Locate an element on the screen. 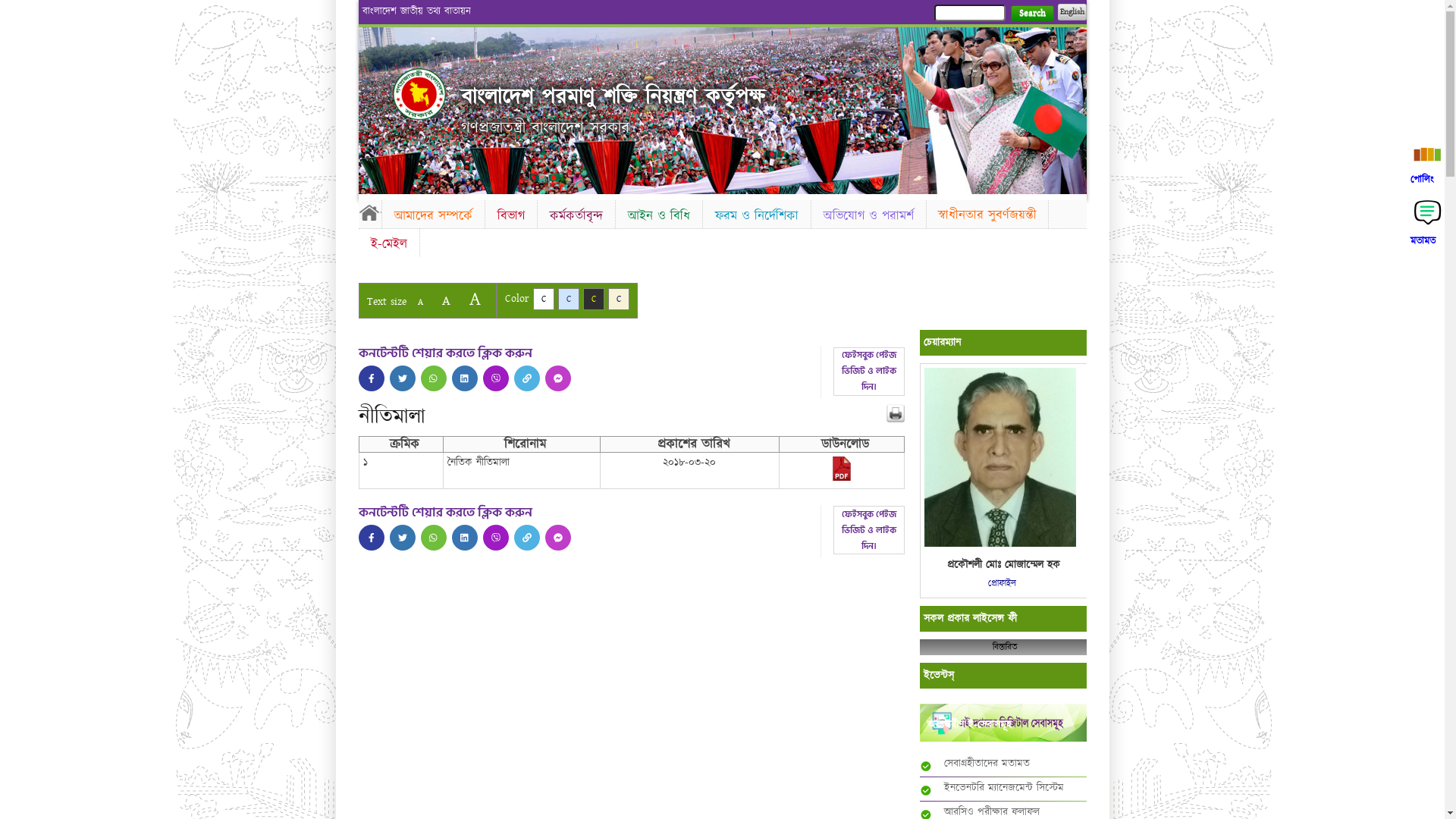 The width and height of the screenshot is (1456, 819). 'A' is located at coordinates (444, 300).